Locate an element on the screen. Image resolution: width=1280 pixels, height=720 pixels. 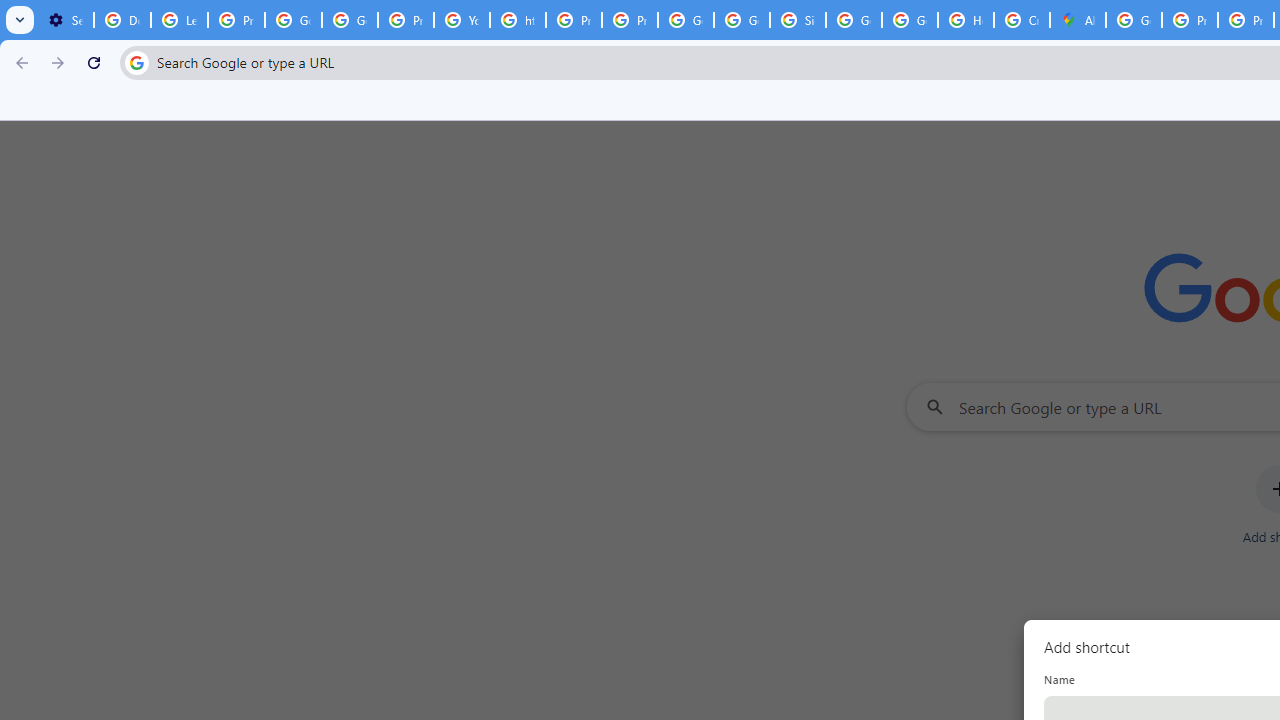
'Settings - On startup' is located at coordinates (65, 20).